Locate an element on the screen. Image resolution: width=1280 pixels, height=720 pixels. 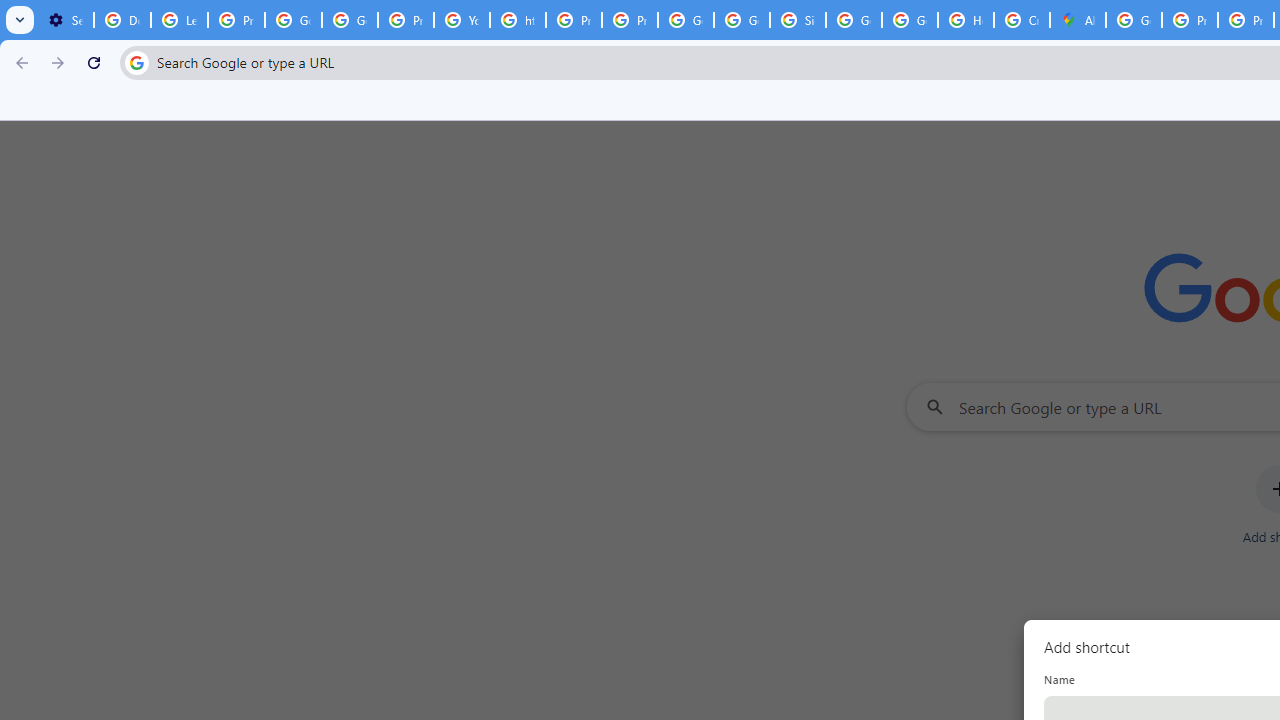
'Settings - On startup' is located at coordinates (65, 20).